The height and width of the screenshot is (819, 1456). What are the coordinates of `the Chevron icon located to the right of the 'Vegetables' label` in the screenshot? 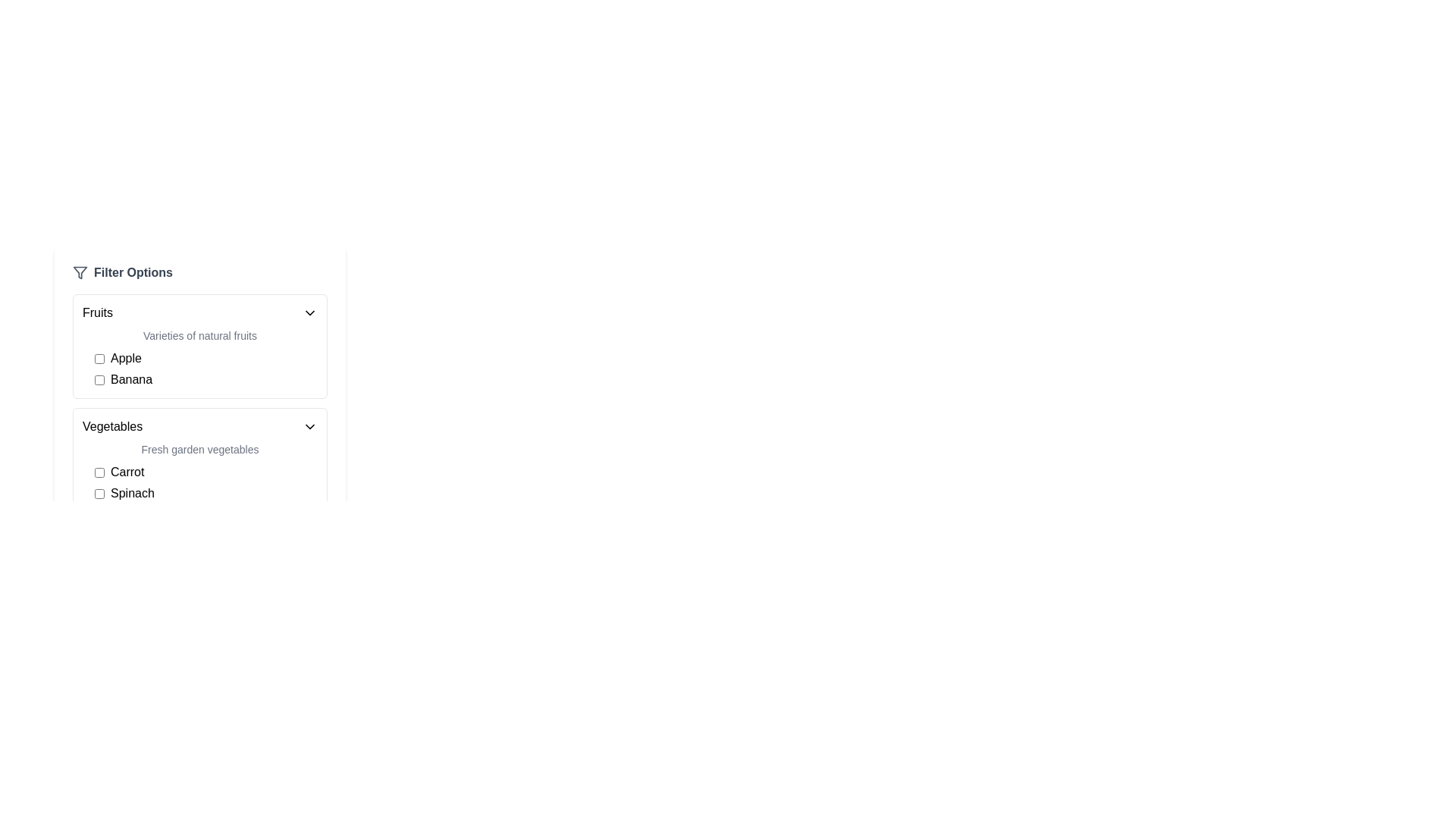 It's located at (309, 427).